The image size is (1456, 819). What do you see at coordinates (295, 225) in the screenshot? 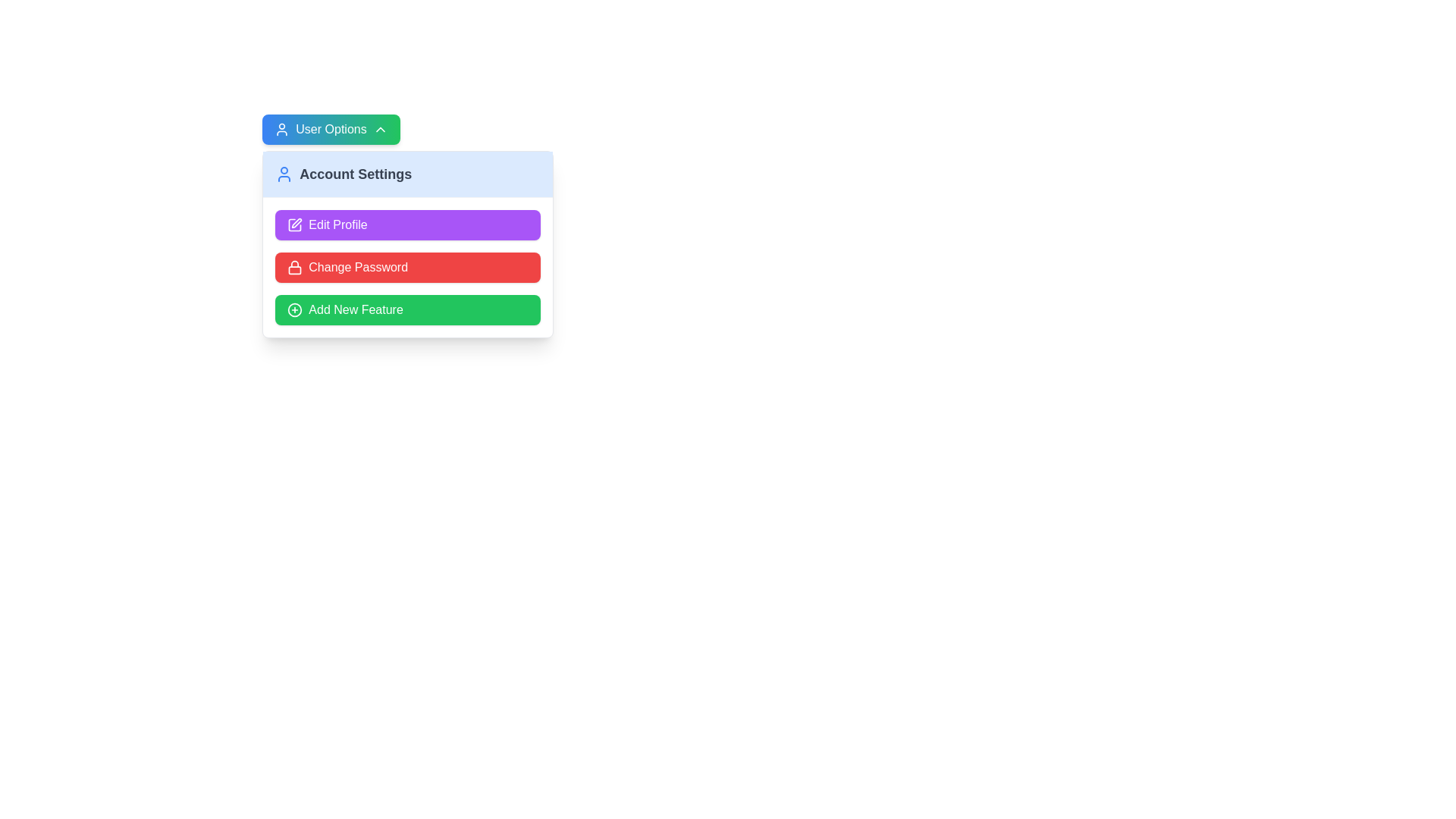
I see `the icon element visually linked to the 'Edit Profile' button, which is a subcomponent of the icon placed as a prefix to the purple button labeled 'Edit Profile' within the 'Account Settings' section` at bounding box center [295, 225].